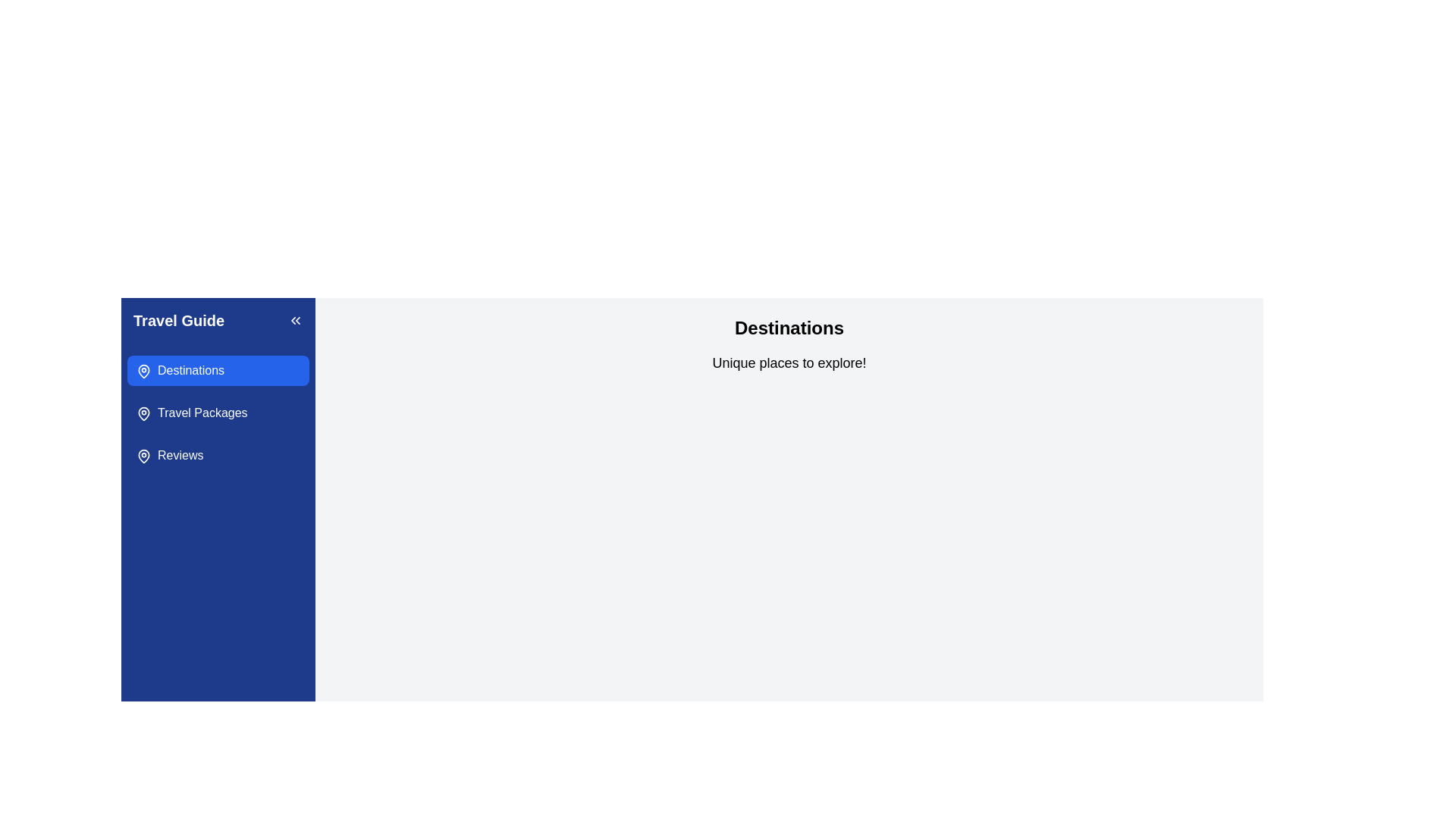 The image size is (1456, 819). I want to click on the pin-shaped icon located in the 'Travel Packages' section of the left sidebar, so click(144, 413).